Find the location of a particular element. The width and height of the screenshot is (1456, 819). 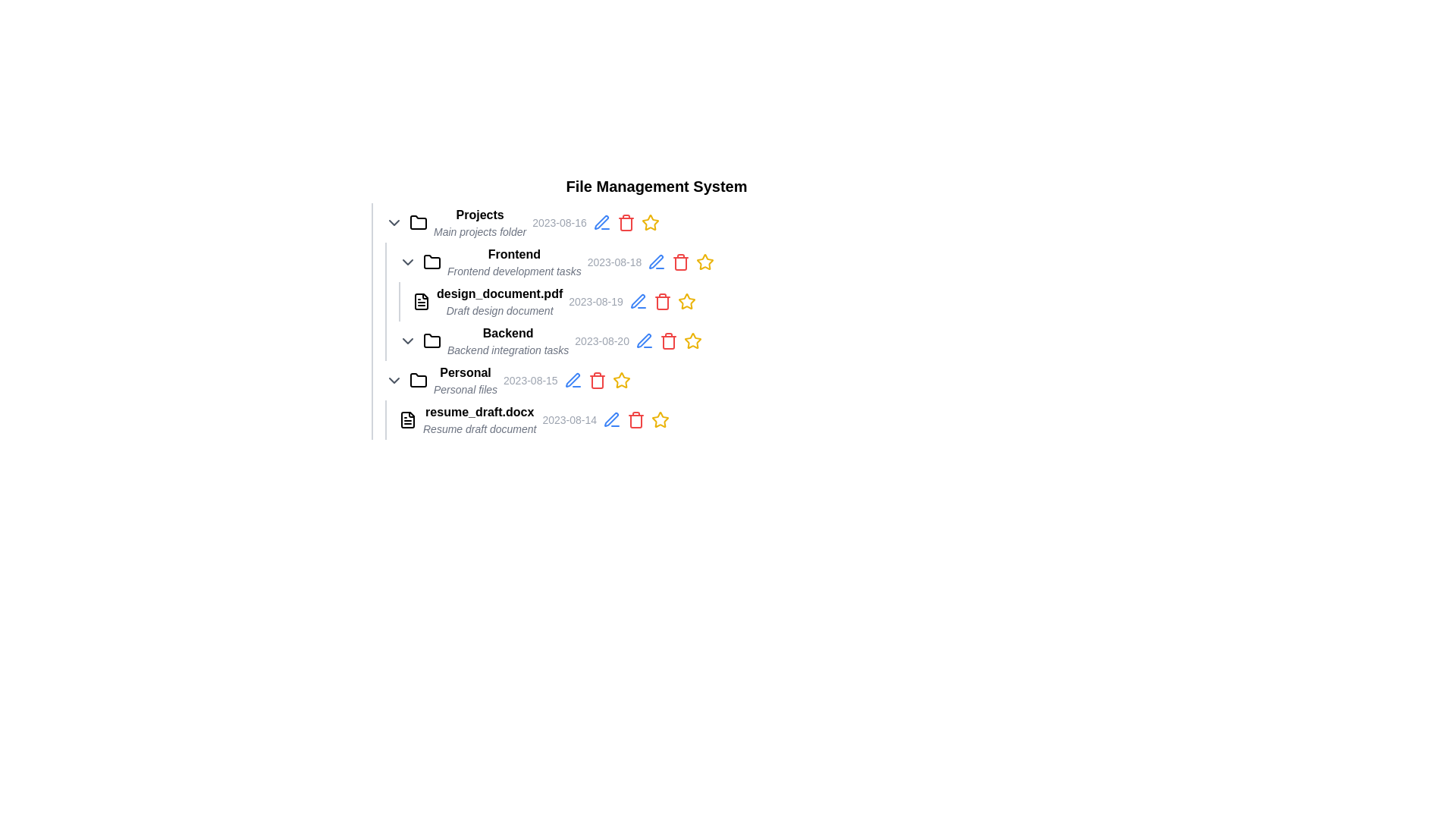

the yellow star icon button located in the toolbar associated with the 'Frontend' folder entry to mark or unmark it as a favorite is located at coordinates (704, 262).